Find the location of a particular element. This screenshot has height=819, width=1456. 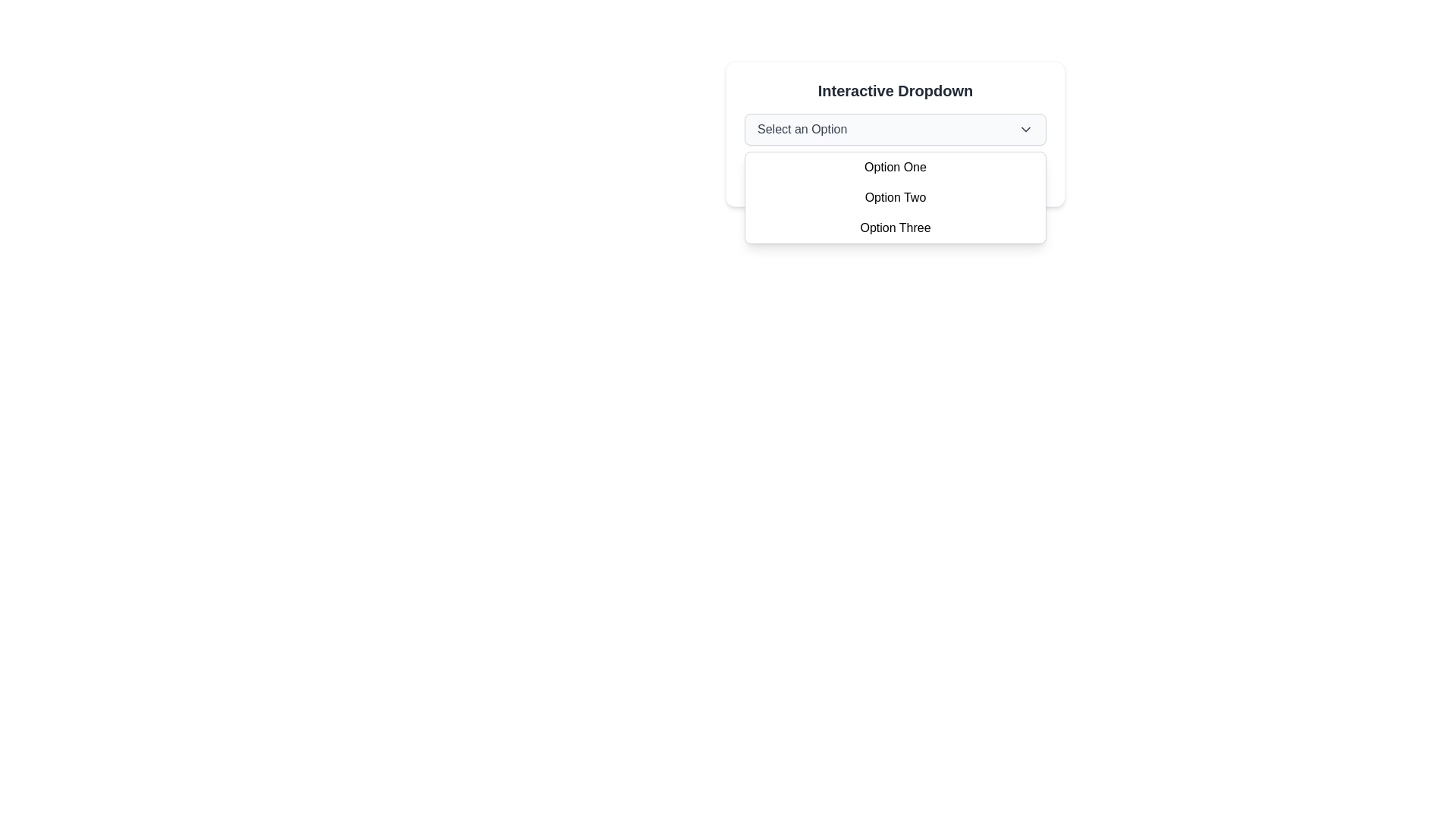

the selectable option labeled 'Option Three' within the dropdown menu is located at coordinates (895, 227).